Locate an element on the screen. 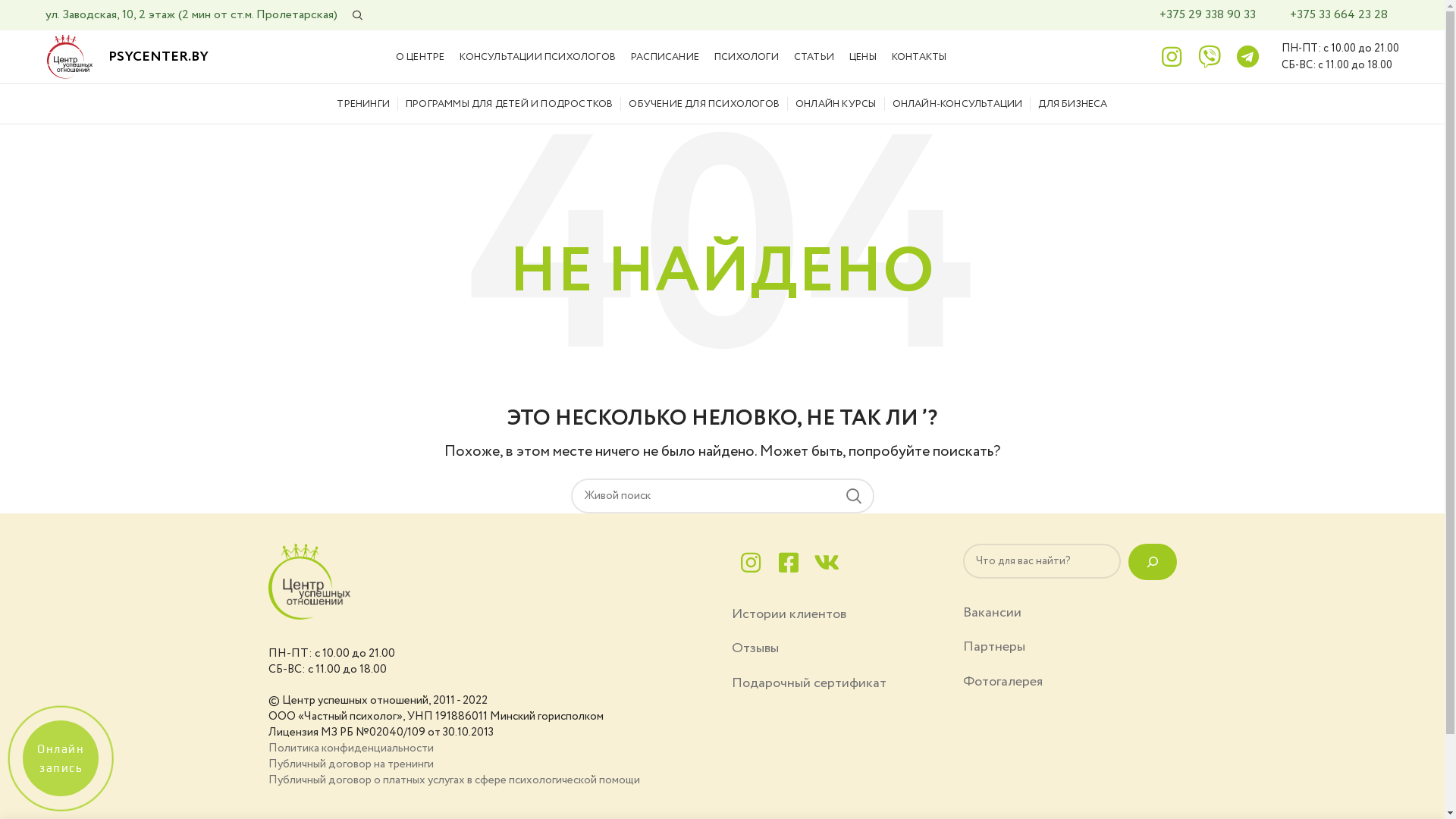 The width and height of the screenshot is (1456, 819). 'PSYCENTER.BY' is located at coordinates (158, 55).